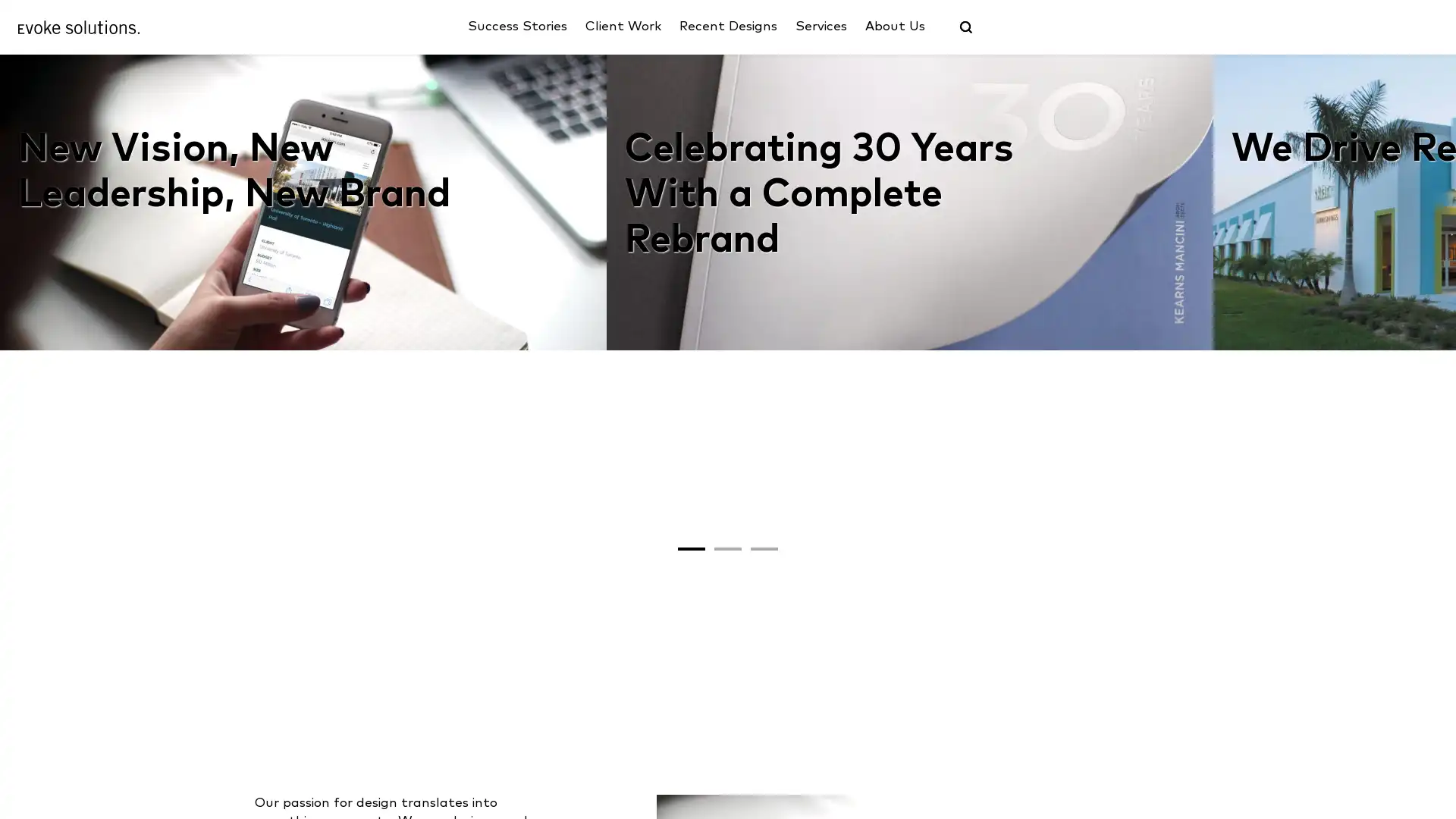 This screenshot has height=819, width=1456. What do you see at coordinates (728, 745) in the screenshot?
I see `2` at bounding box center [728, 745].